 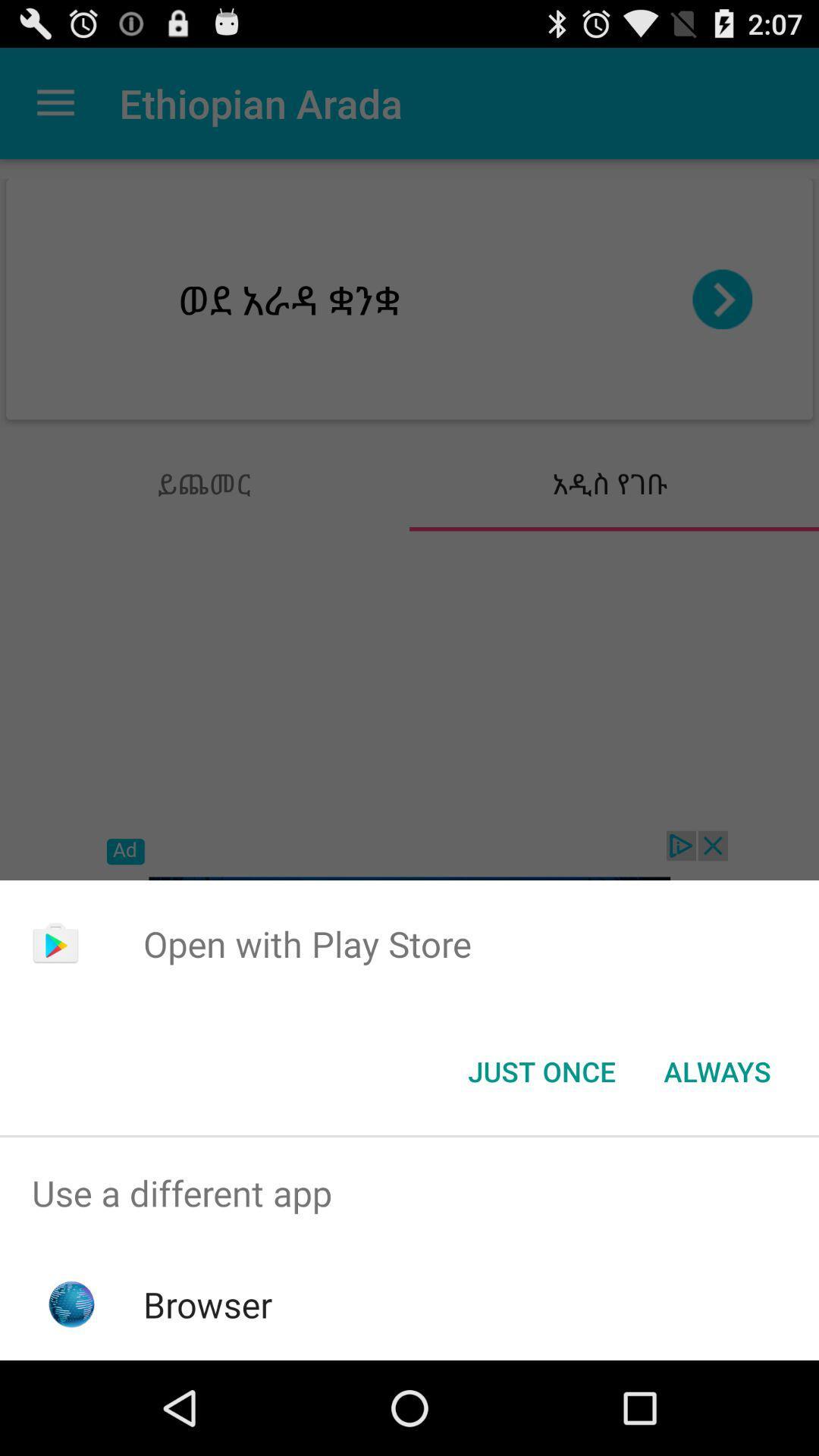 What do you see at coordinates (409, 1192) in the screenshot?
I see `use a different icon` at bounding box center [409, 1192].